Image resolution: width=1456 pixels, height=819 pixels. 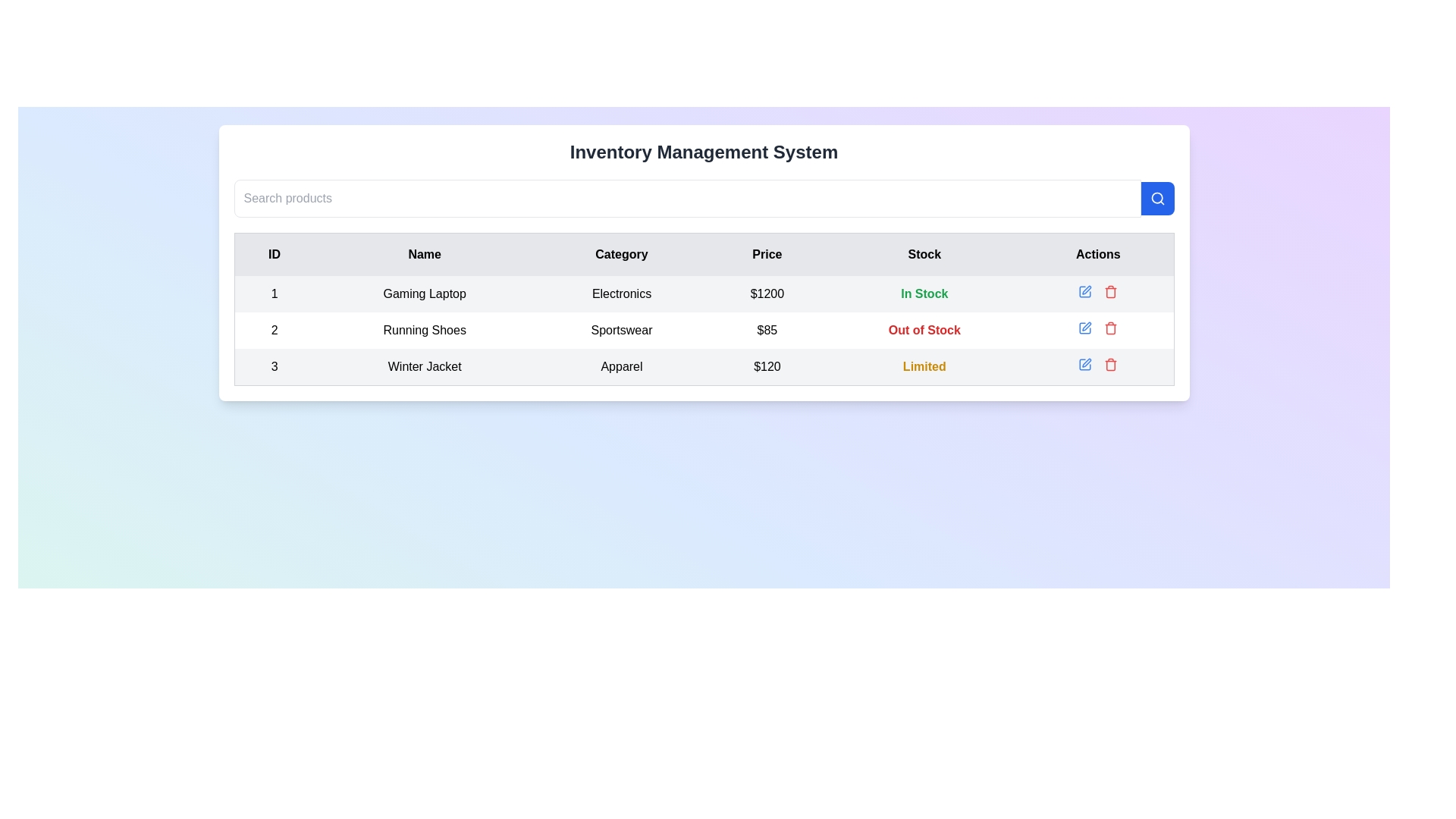 What do you see at coordinates (425, 253) in the screenshot?
I see `the text label indicating names in the second column header of the data table, located between the 'ID' and 'Category' headers` at bounding box center [425, 253].